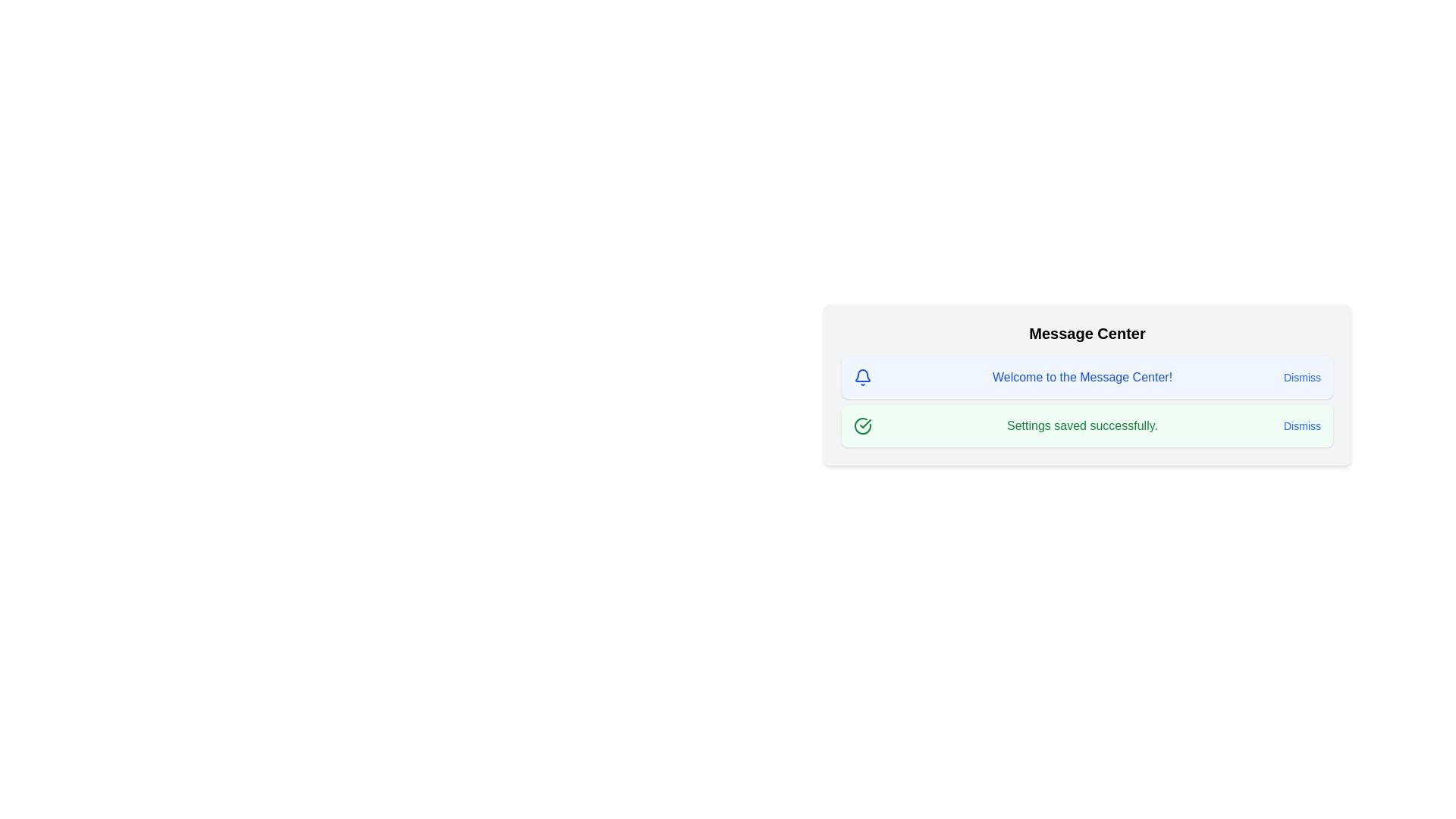 This screenshot has width=1456, height=819. What do you see at coordinates (862, 376) in the screenshot?
I see `the icon corresponding to the message type info` at bounding box center [862, 376].